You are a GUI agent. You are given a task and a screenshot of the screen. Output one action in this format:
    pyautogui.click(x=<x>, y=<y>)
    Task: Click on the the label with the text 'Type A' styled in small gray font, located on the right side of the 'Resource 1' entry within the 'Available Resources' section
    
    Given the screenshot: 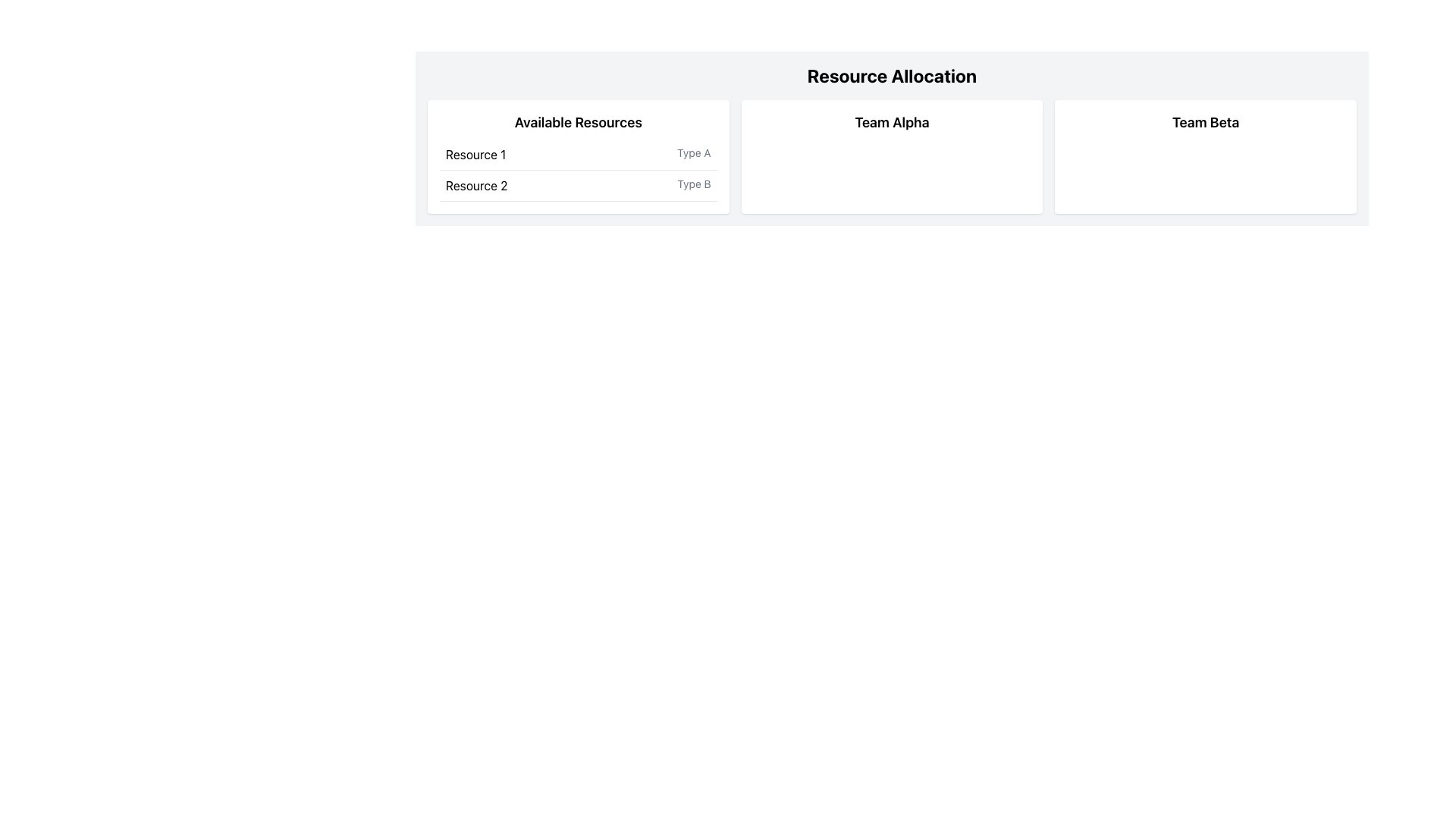 What is the action you would take?
    pyautogui.click(x=693, y=155)
    